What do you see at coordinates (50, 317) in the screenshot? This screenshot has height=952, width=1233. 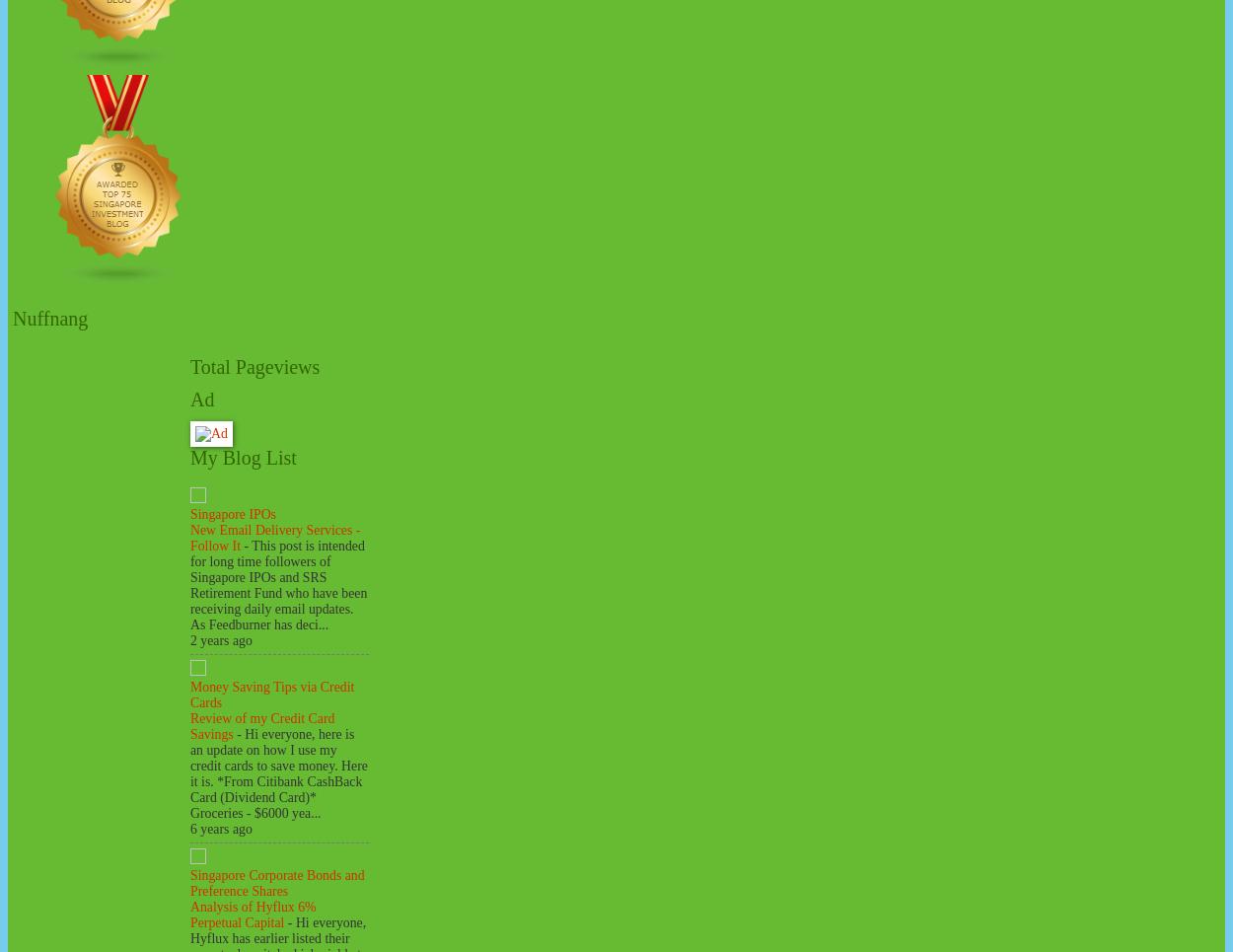 I see `'Nuffnang'` at bounding box center [50, 317].